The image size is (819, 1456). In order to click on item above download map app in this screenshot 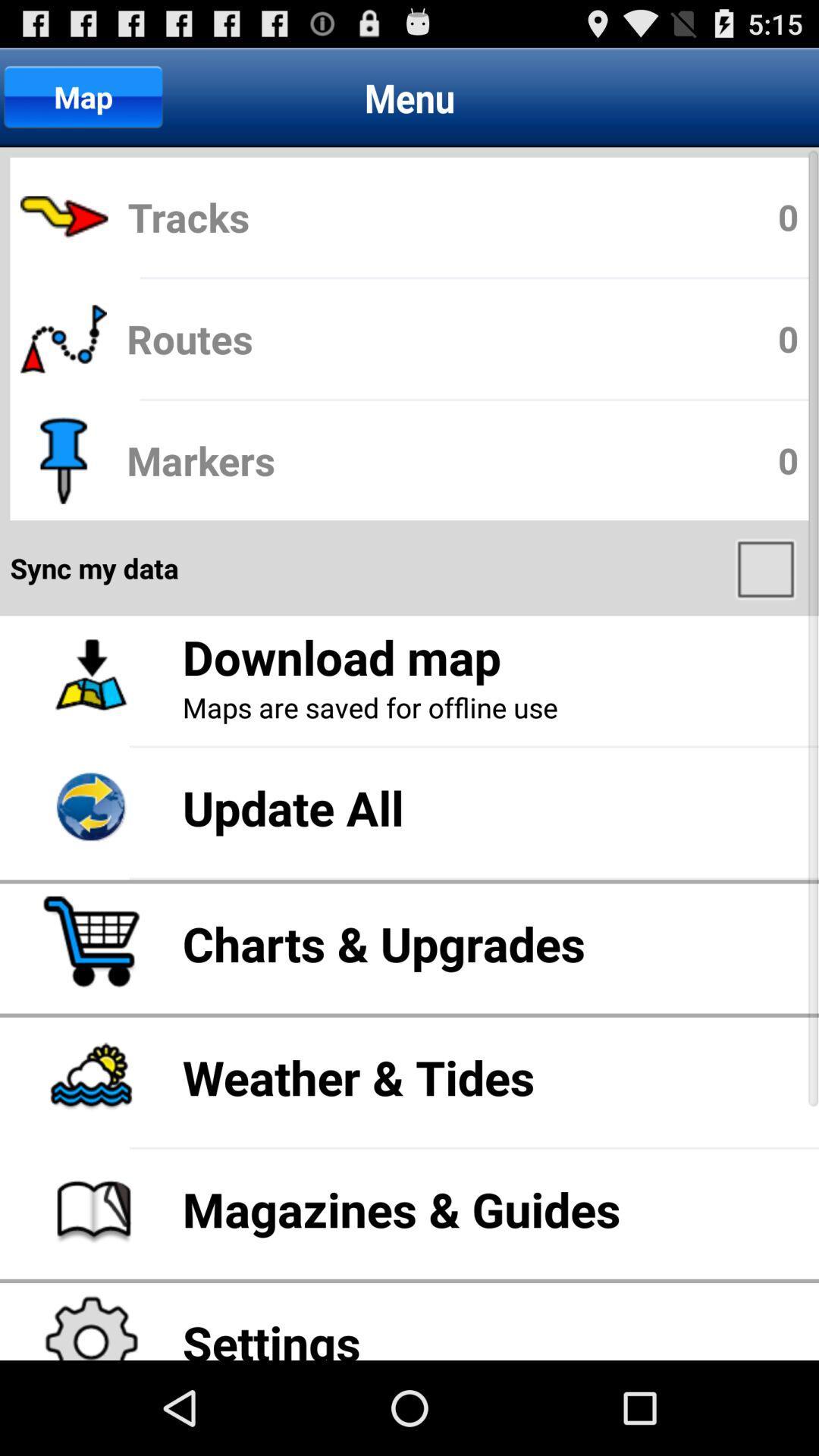, I will do `click(767, 567)`.